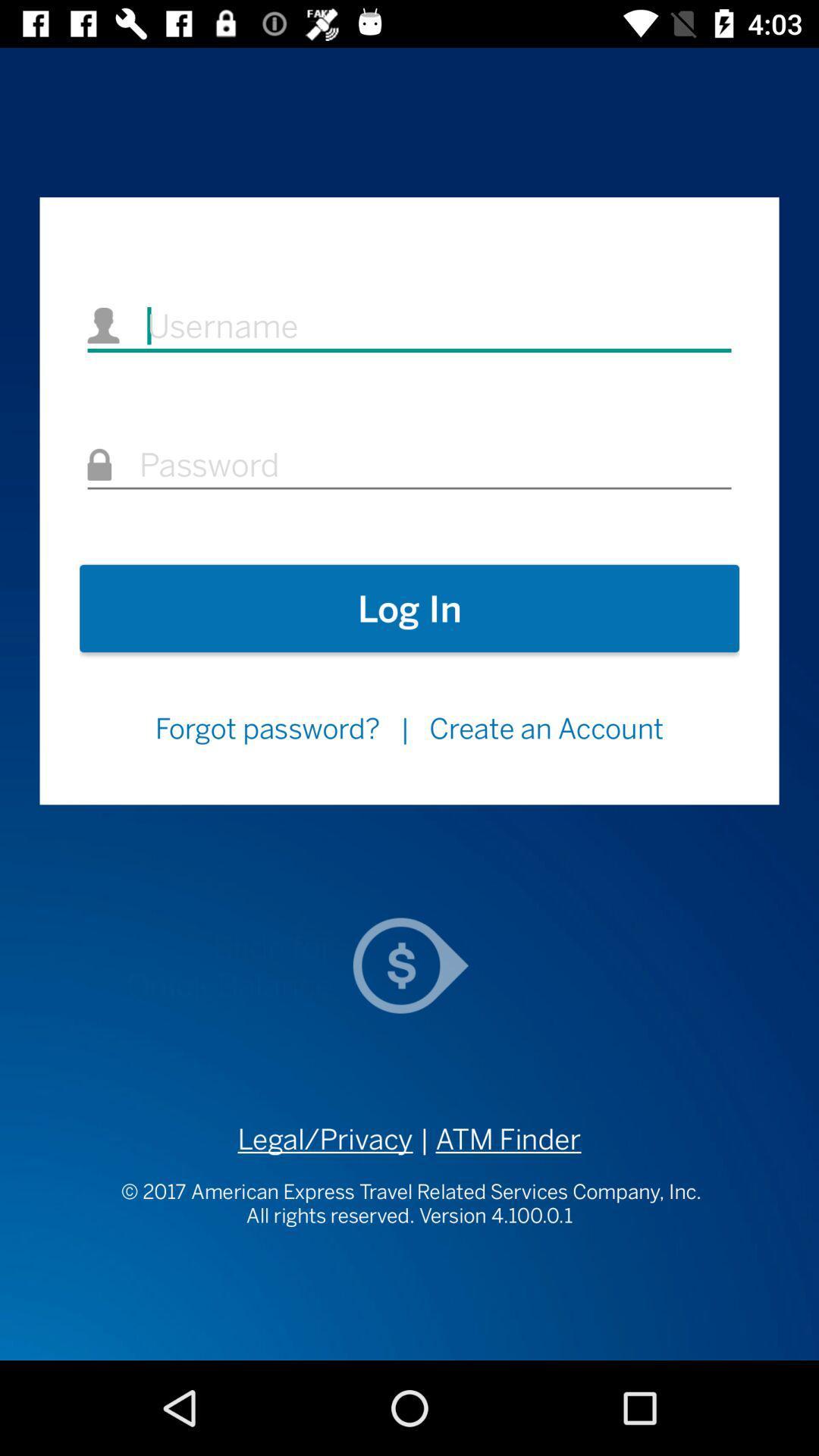  I want to click on the create an account on the right, so click(547, 728).